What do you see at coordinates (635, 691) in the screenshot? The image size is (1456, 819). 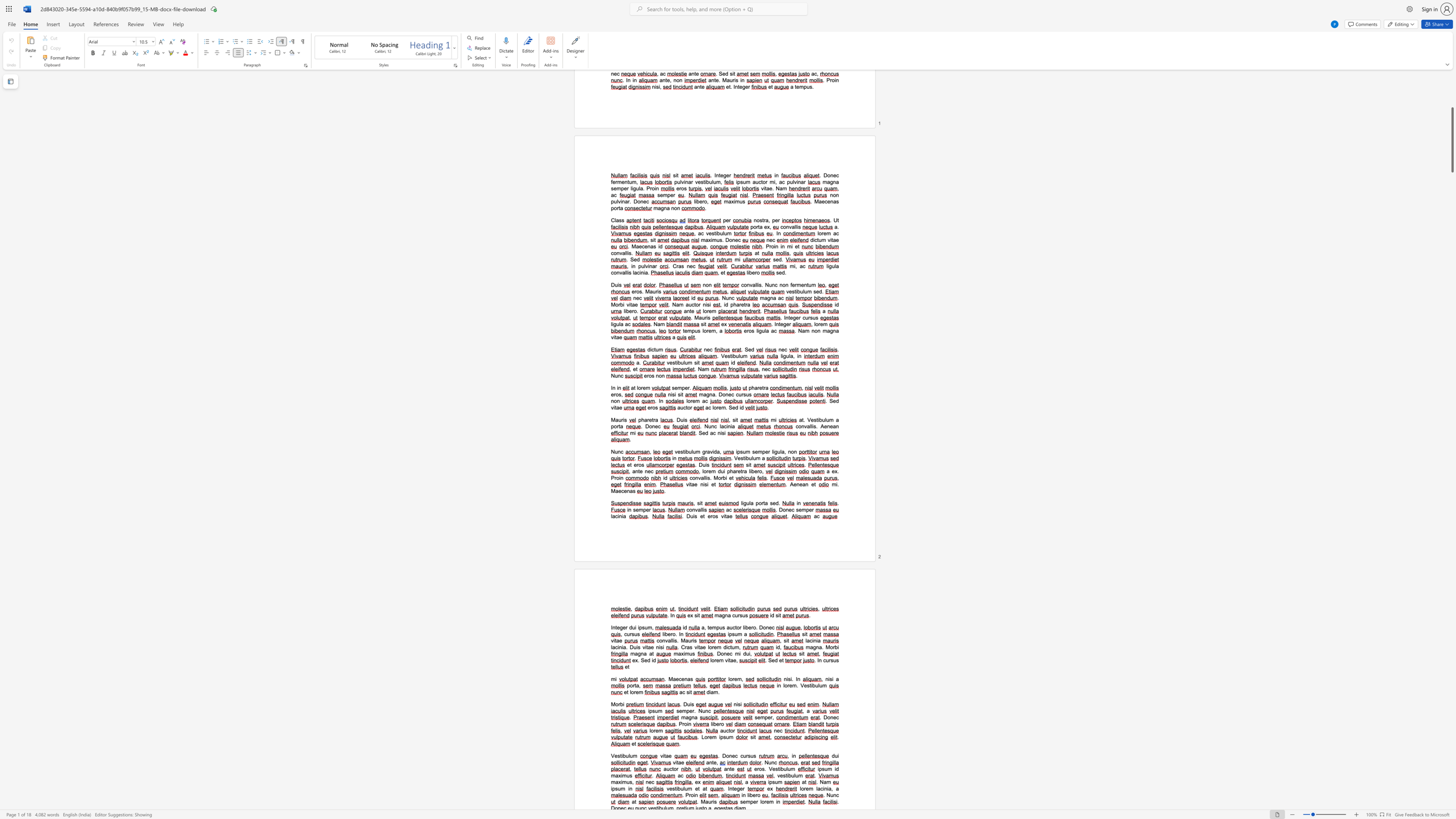 I see `the space between the continuous character "r" and "e" in the text` at bounding box center [635, 691].